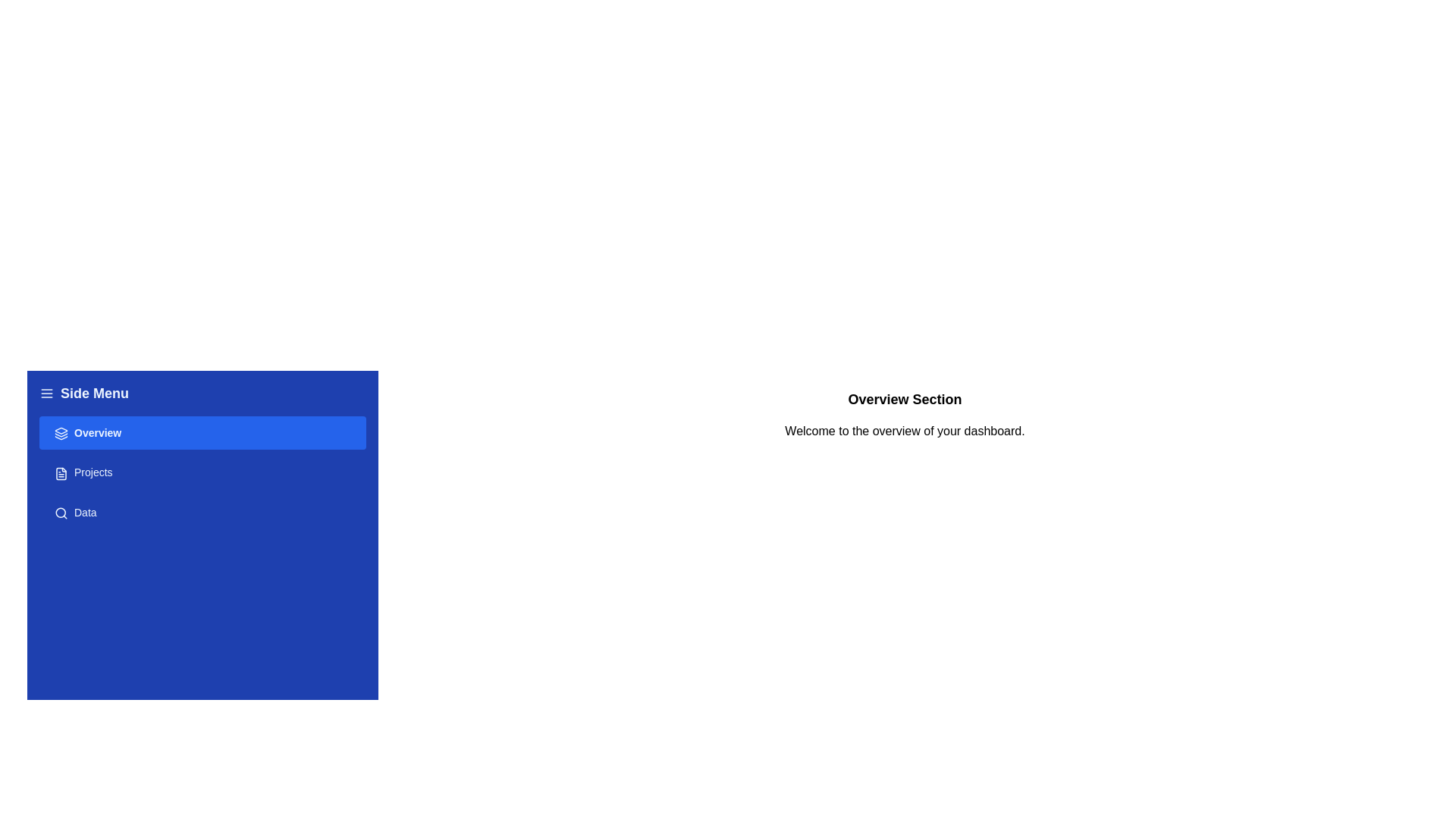  What do you see at coordinates (61, 472) in the screenshot?
I see `the small document icon with a white appearance and blue background, located under the 'Projects' label in the left-side menu` at bounding box center [61, 472].